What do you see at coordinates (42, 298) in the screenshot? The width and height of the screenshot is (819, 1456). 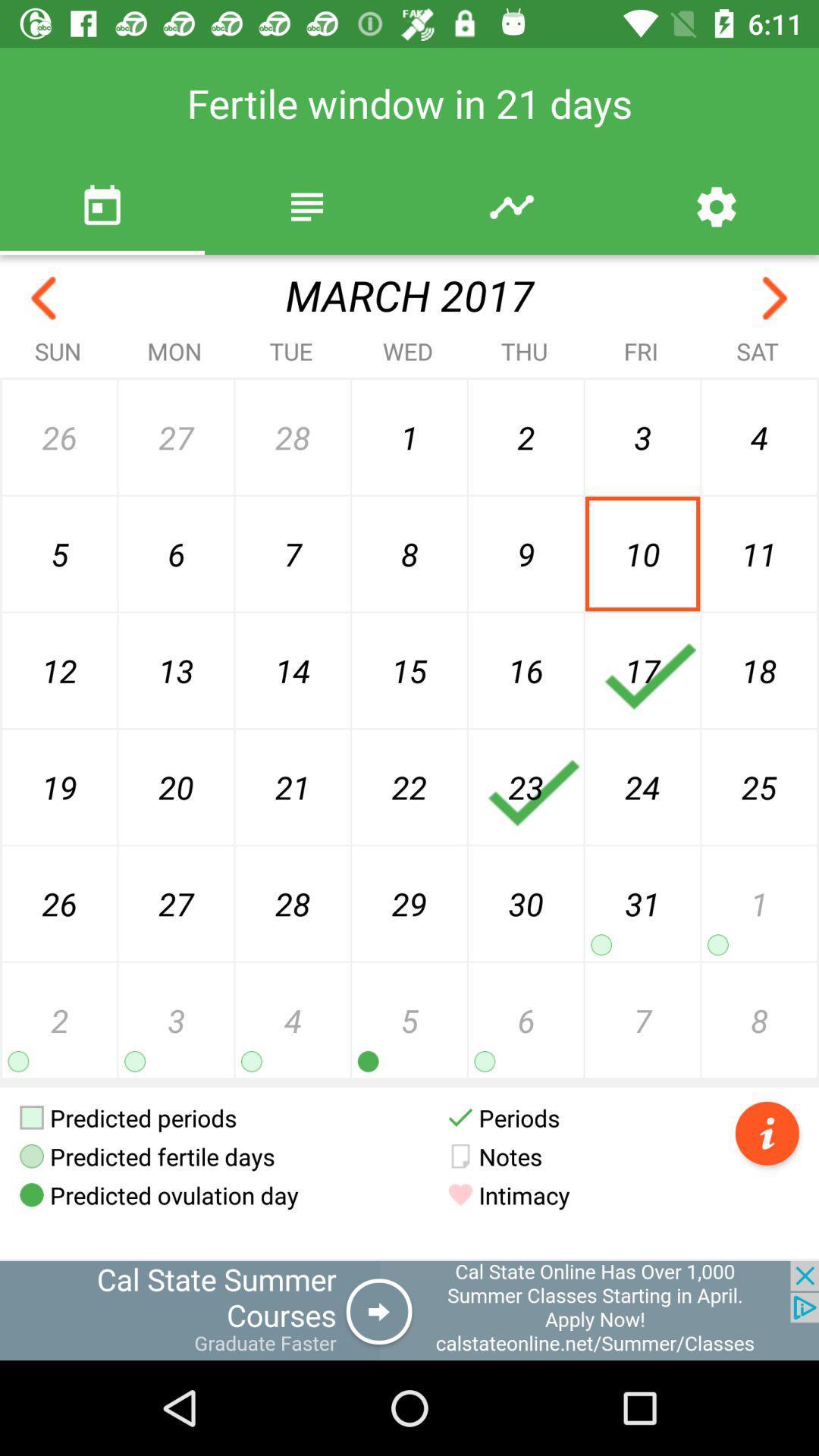 I see `move to previous month` at bounding box center [42, 298].